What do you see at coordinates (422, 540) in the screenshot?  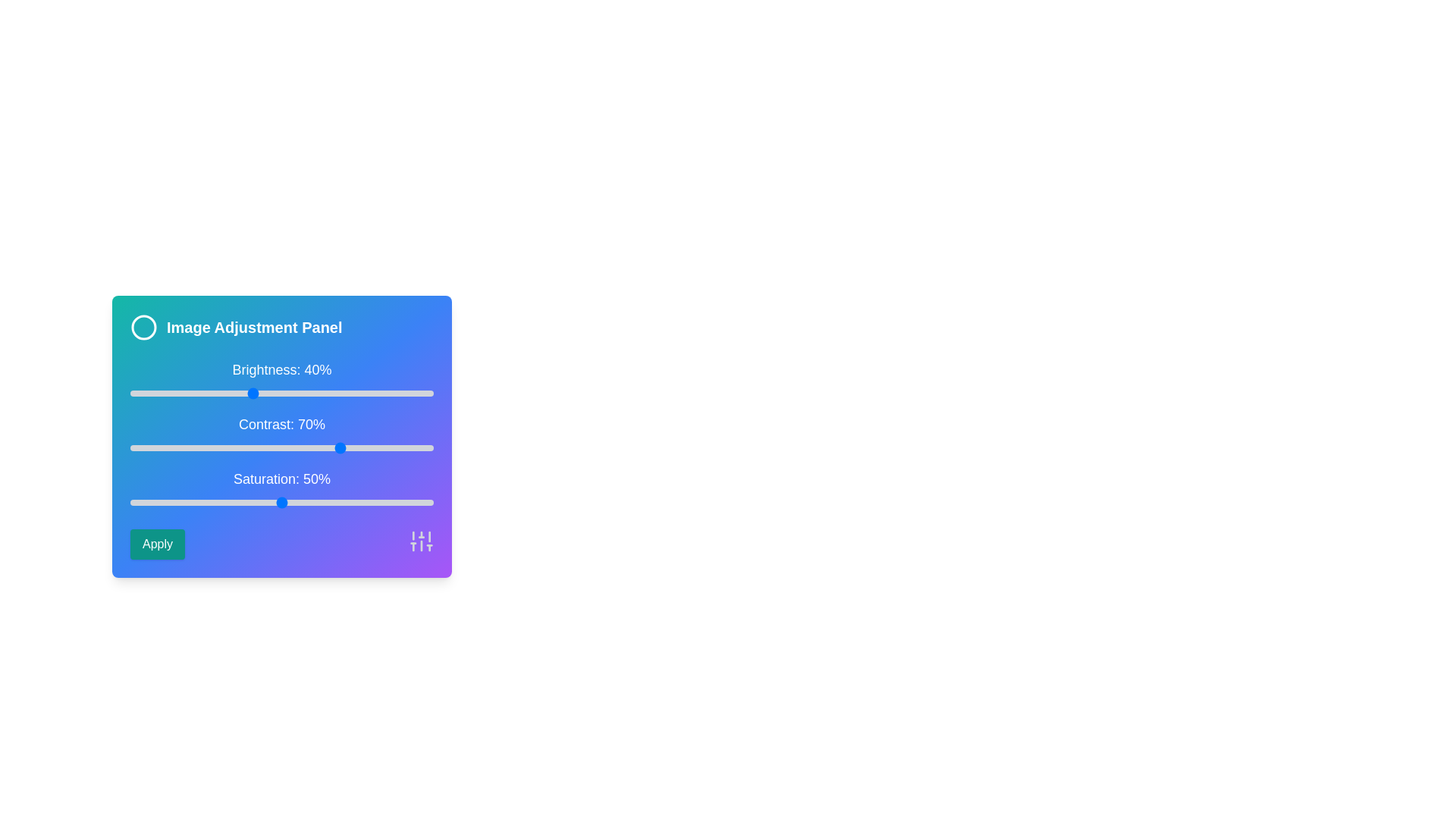 I see `the sliders icon to open additional functionality` at bounding box center [422, 540].